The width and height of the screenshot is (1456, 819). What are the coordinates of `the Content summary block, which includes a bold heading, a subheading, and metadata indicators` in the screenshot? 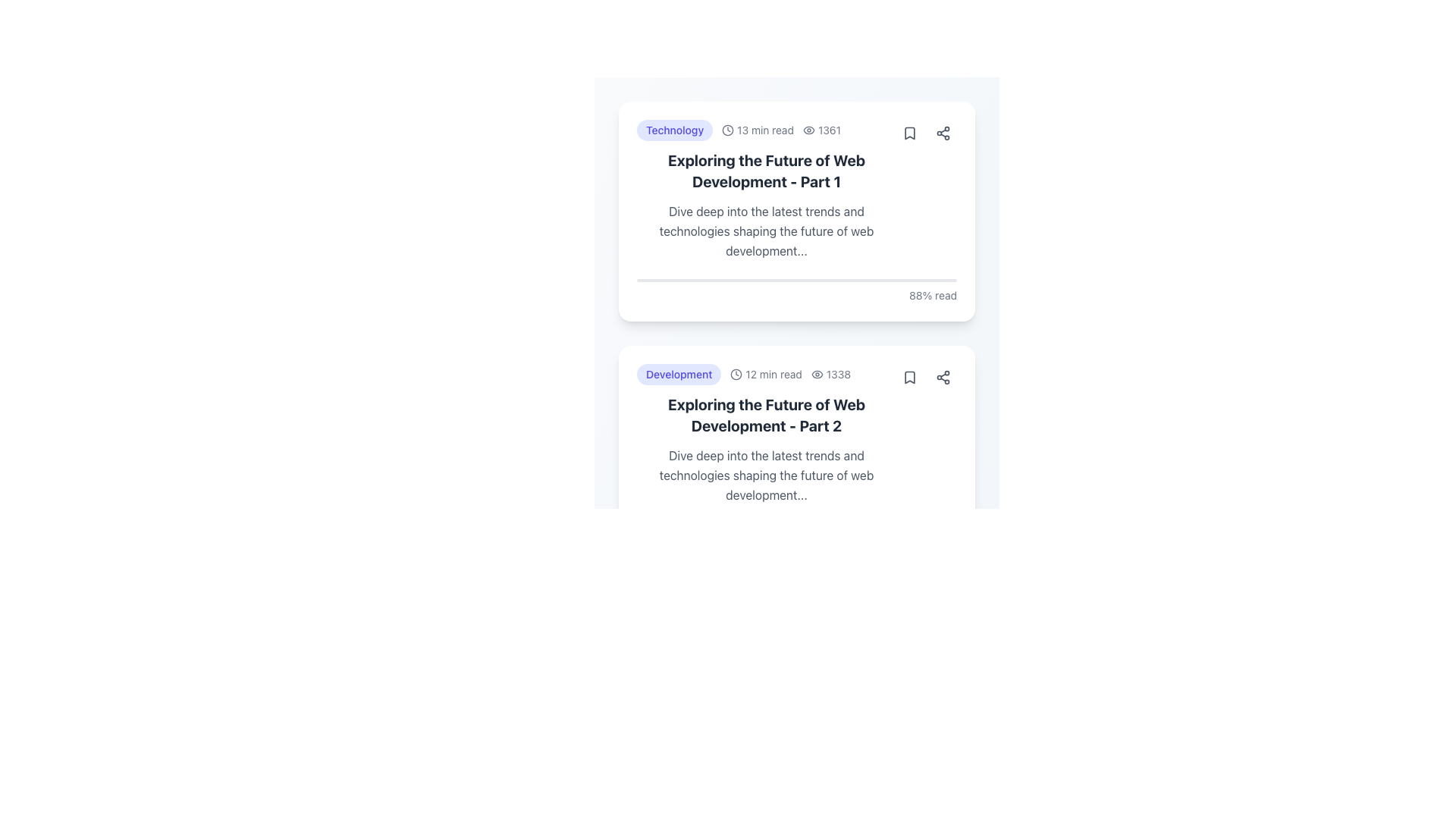 It's located at (767, 189).